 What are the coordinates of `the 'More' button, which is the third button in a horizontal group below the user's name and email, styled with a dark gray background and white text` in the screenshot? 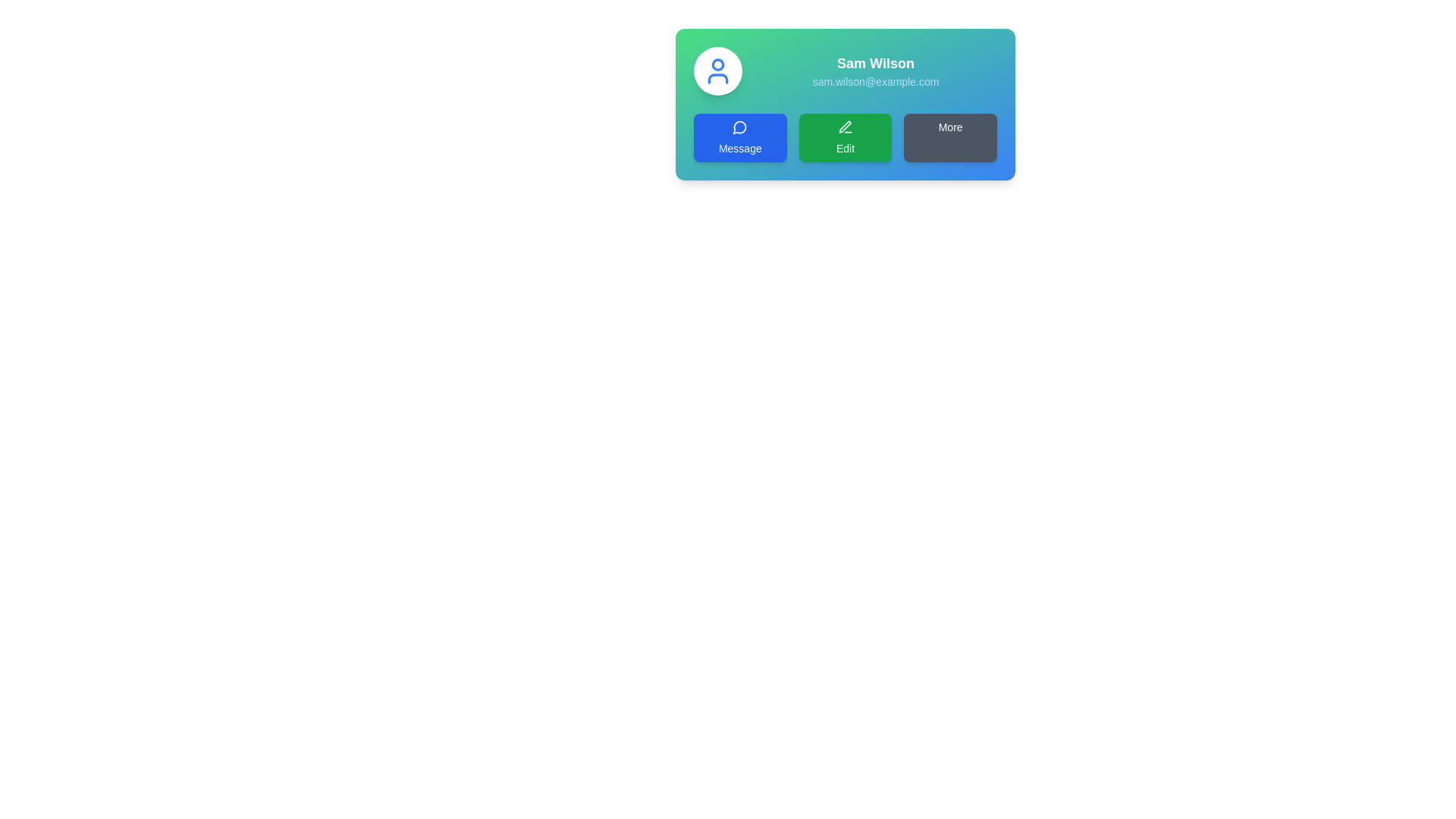 It's located at (949, 137).